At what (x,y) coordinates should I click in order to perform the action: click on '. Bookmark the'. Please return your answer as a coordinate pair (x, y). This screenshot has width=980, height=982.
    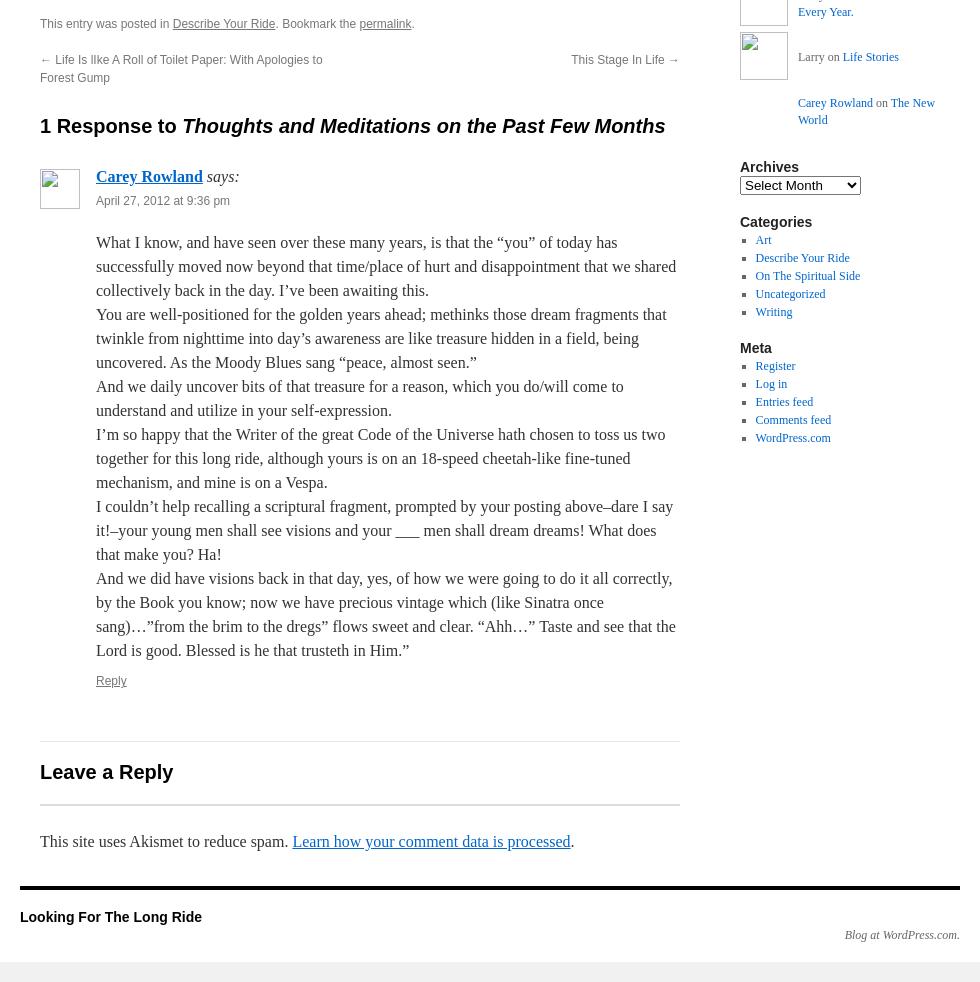
    Looking at the image, I should click on (317, 22).